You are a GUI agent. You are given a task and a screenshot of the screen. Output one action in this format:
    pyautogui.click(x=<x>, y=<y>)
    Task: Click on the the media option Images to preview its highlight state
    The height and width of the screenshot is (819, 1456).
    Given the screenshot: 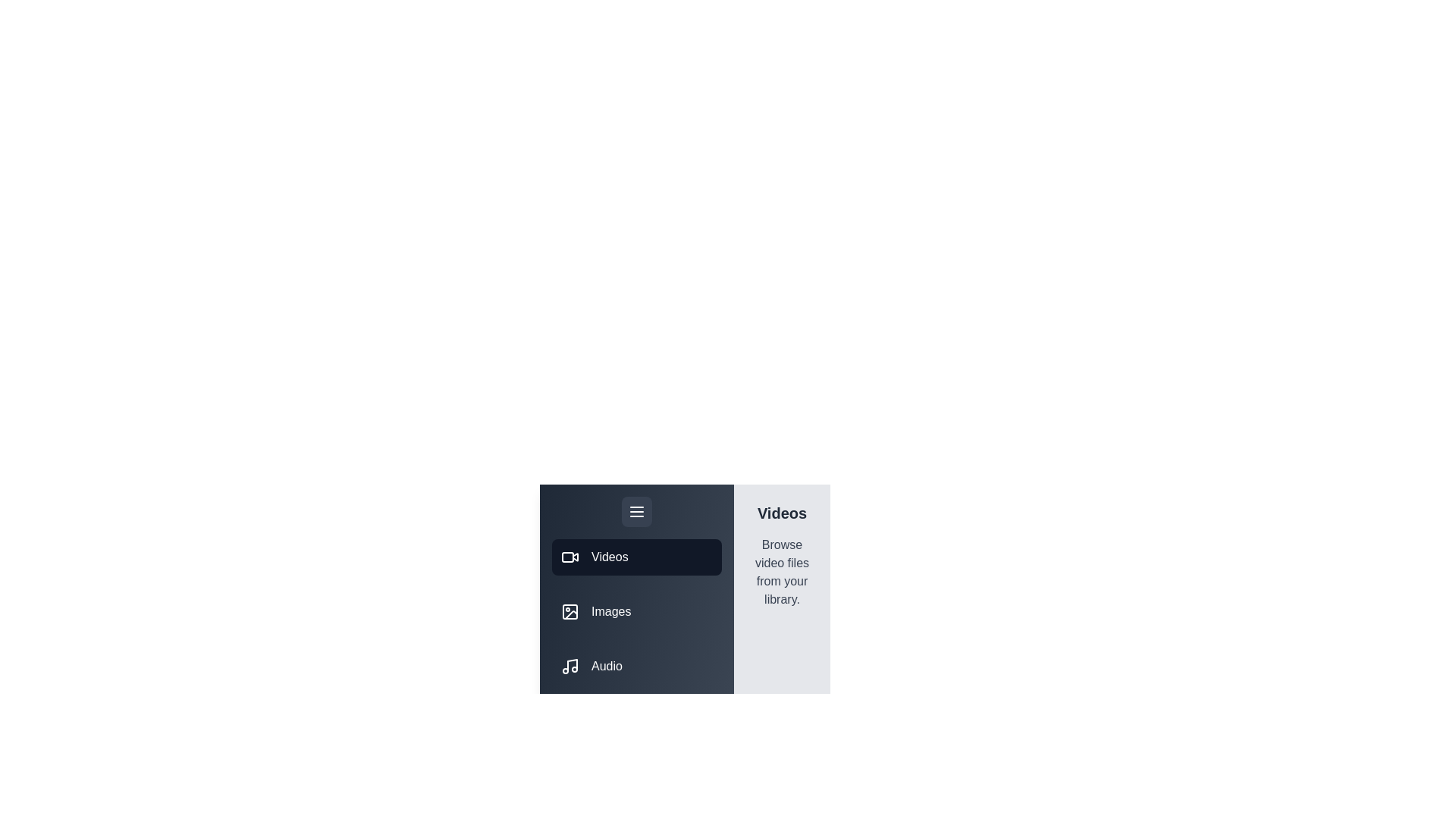 What is the action you would take?
    pyautogui.click(x=637, y=610)
    